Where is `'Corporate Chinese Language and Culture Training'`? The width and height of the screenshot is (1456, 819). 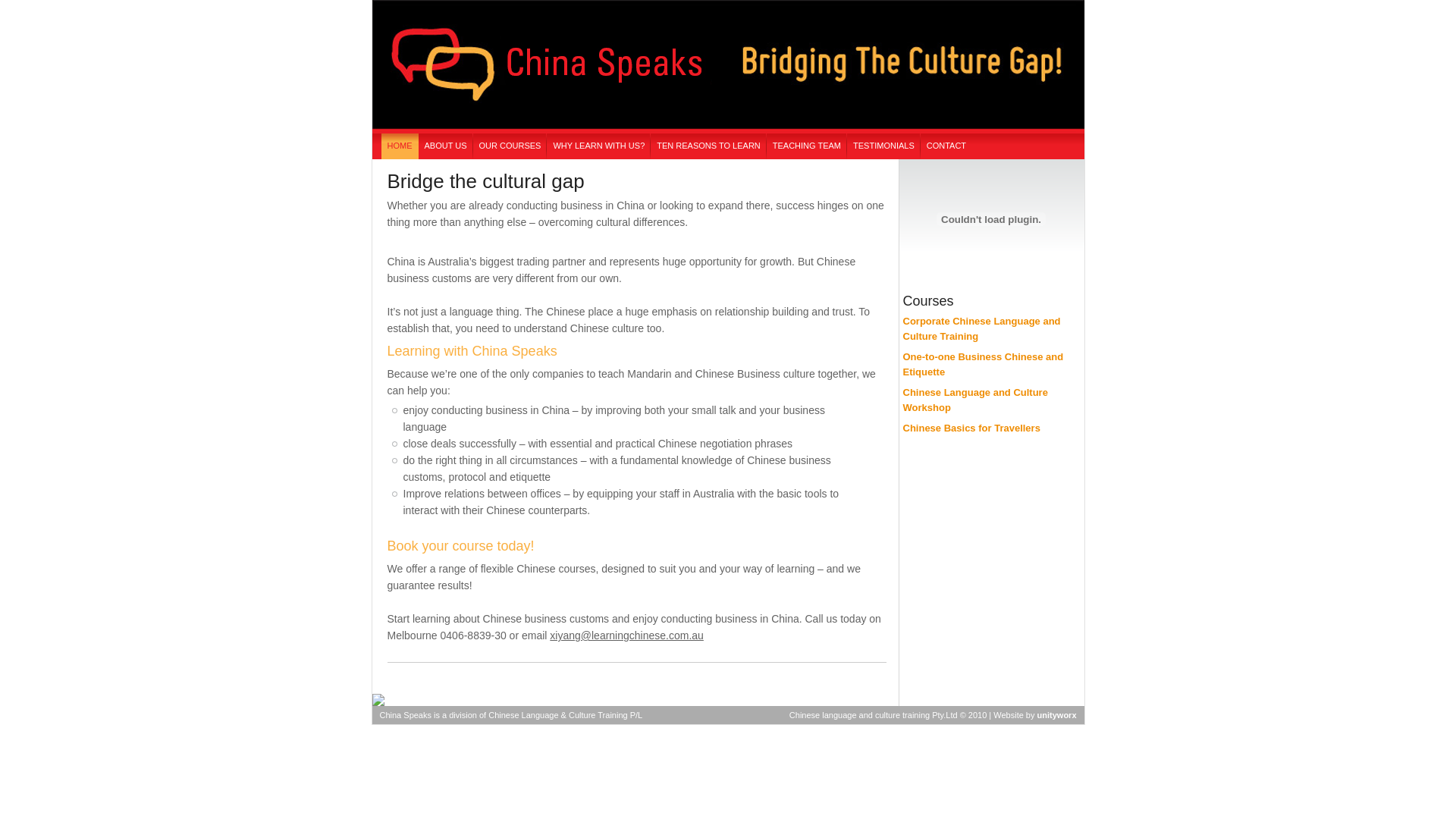
'Corporate Chinese Language and Culture Training' is located at coordinates (902, 328).